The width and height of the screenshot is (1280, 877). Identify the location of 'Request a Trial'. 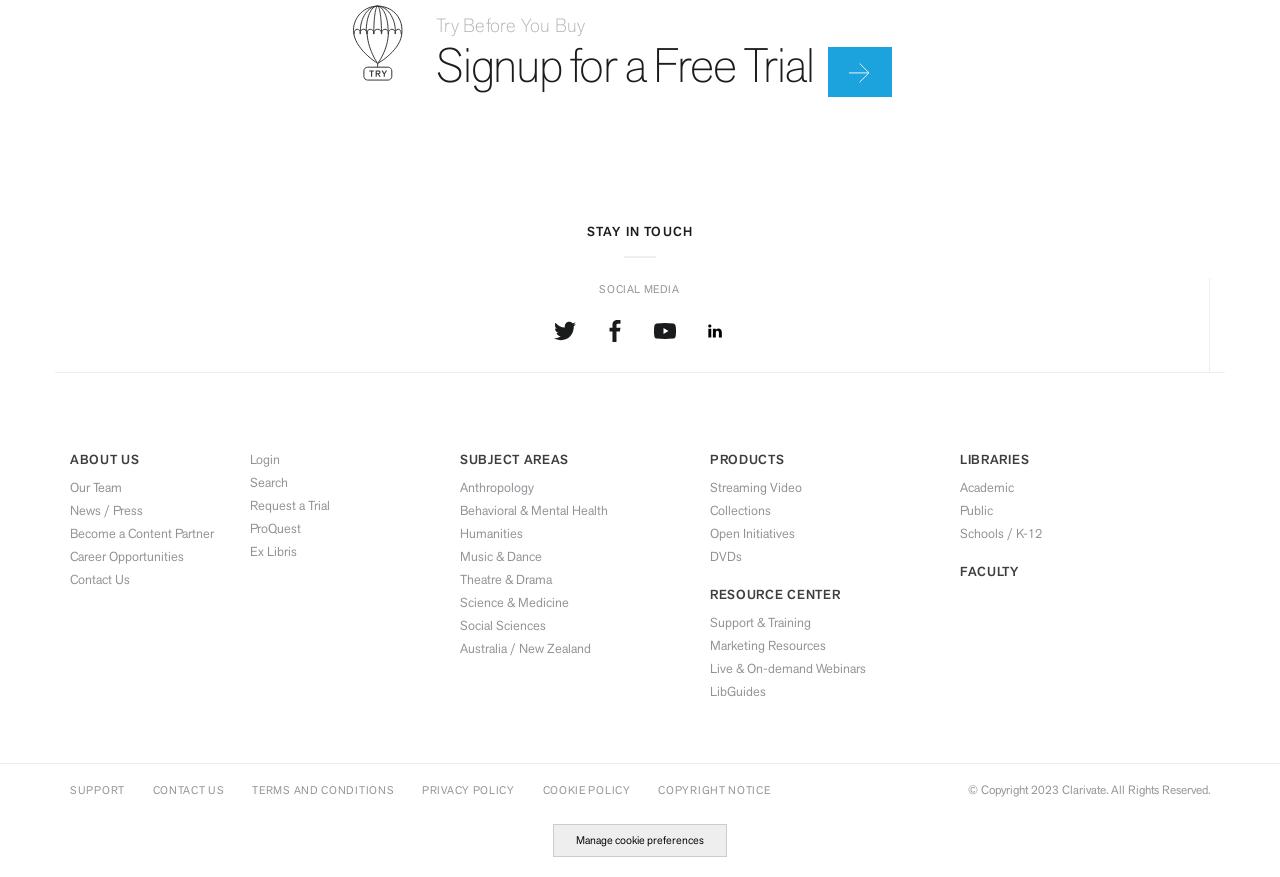
(289, 503).